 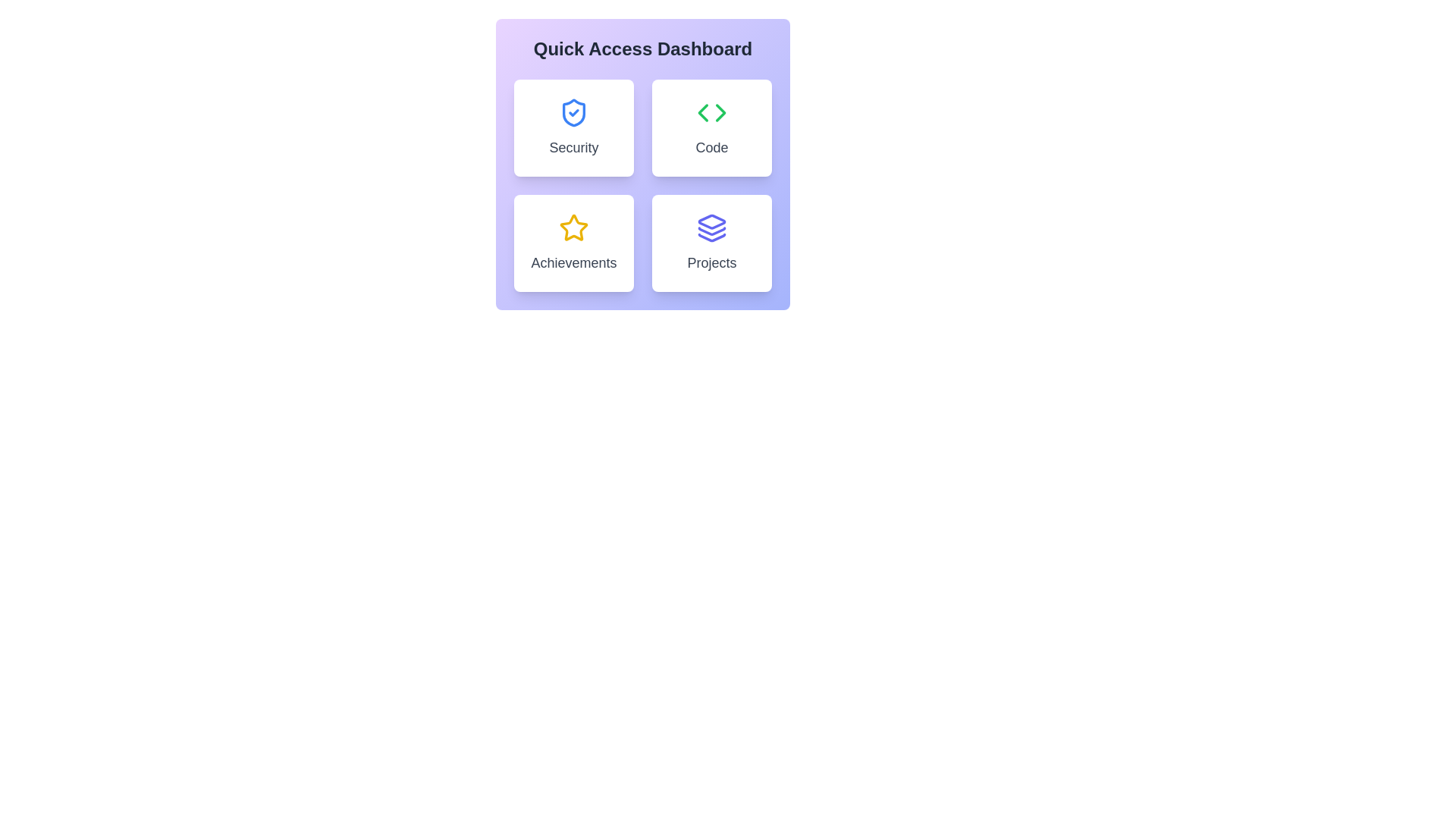 What do you see at coordinates (711, 127) in the screenshot?
I see `the interactive card located in the top-right of the 'Quick Access Dashboard' for navigation to the 'Code' section` at bounding box center [711, 127].